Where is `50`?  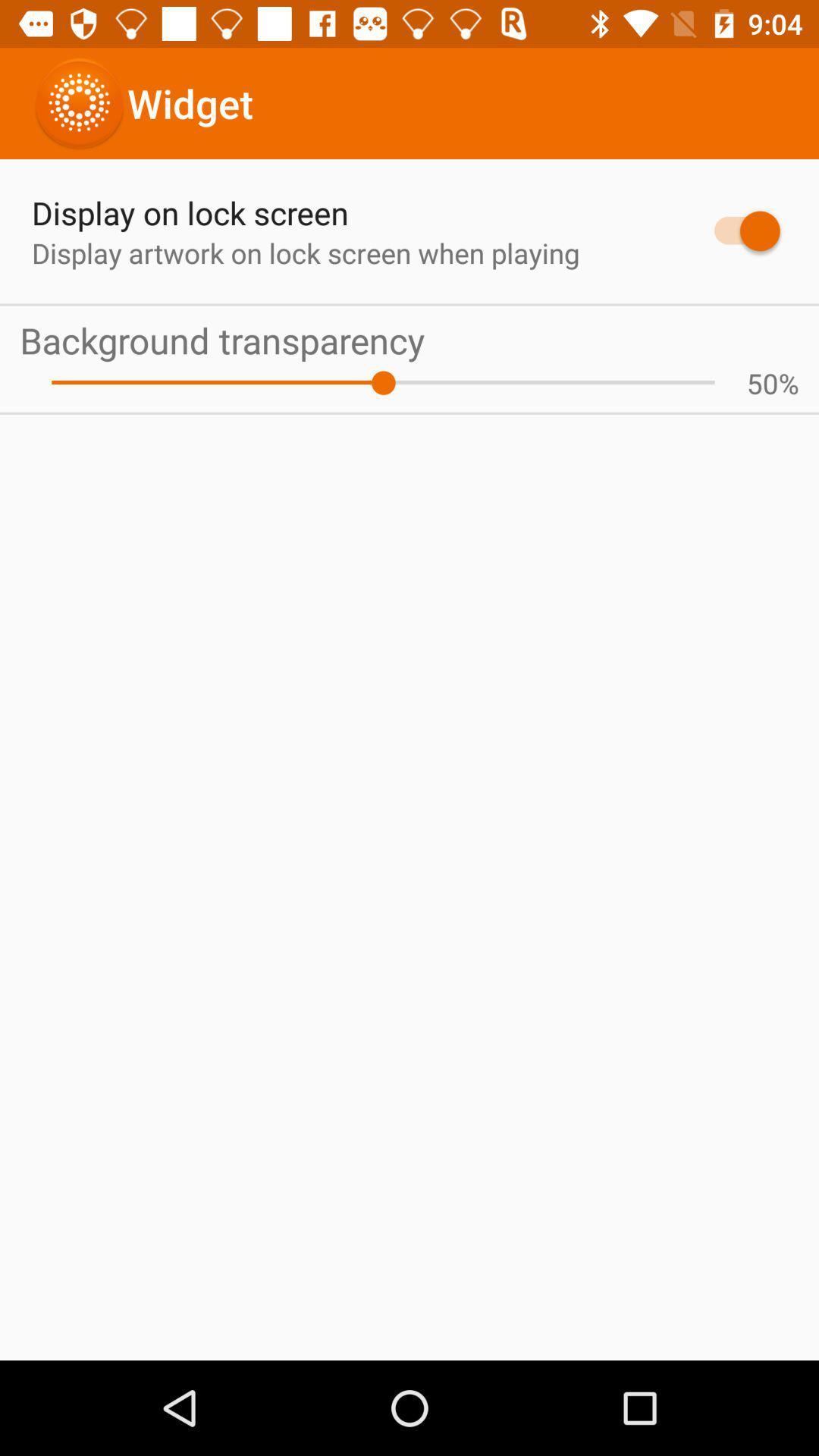
50 is located at coordinates (762, 383).